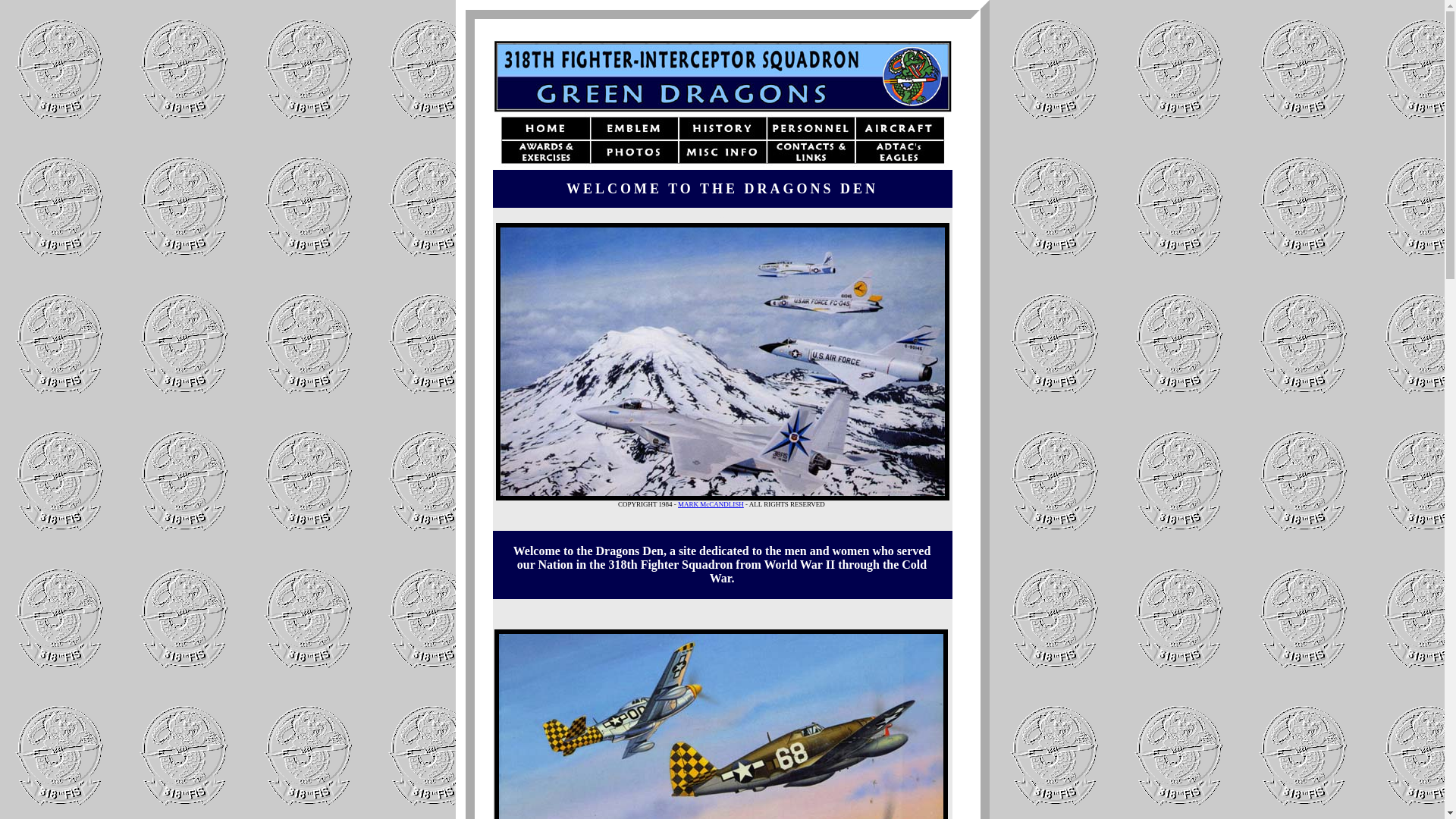 This screenshot has height=819, width=1456. I want to click on 'MARK McCANDLISH', so click(676, 504).